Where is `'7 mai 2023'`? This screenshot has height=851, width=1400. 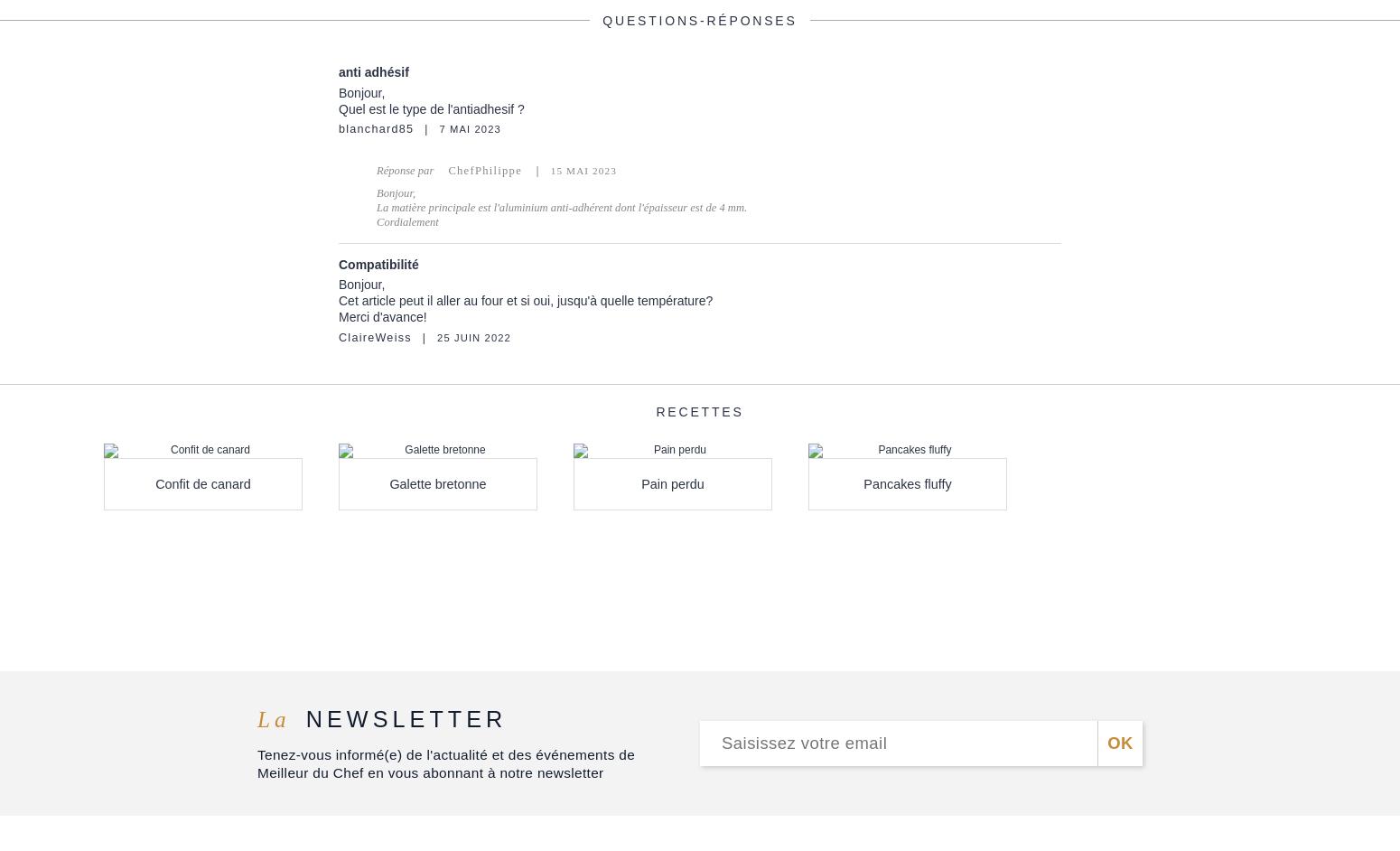
'7 mai 2023' is located at coordinates (469, 127).